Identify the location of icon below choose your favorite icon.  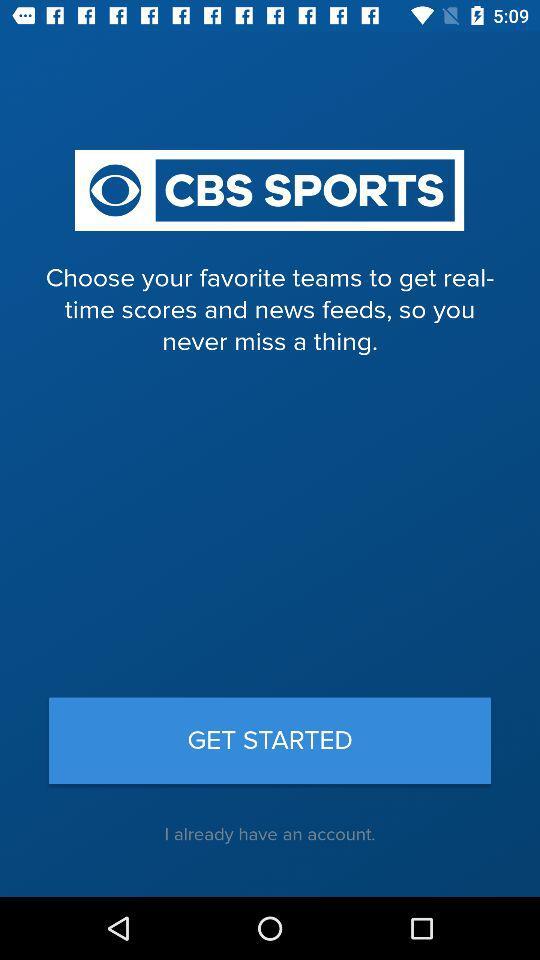
(270, 739).